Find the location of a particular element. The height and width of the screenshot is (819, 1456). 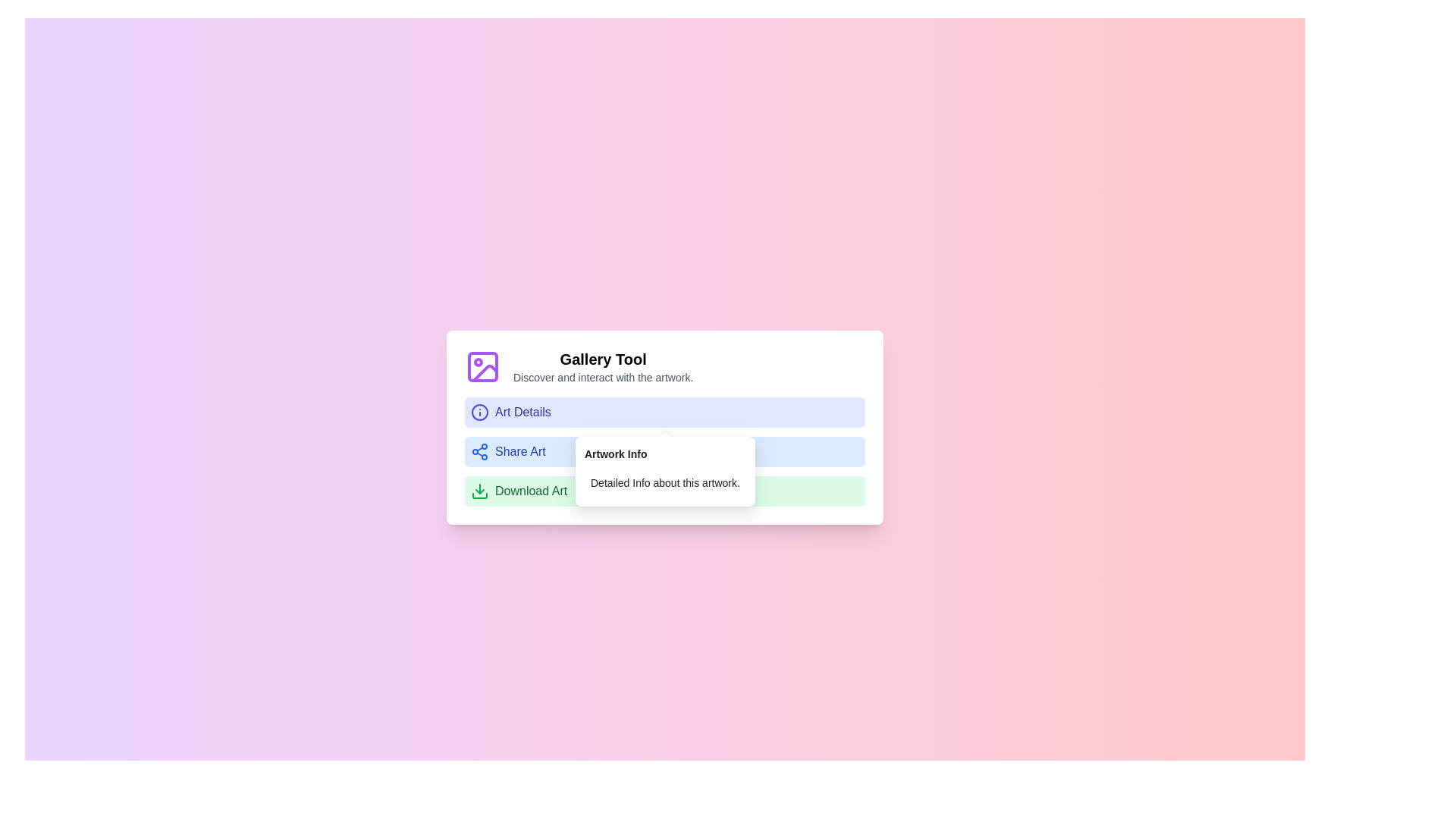

the bottom horizontal rectangular line of the download icon, which is the bottommost graphical component of the SVG is located at coordinates (479, 496).